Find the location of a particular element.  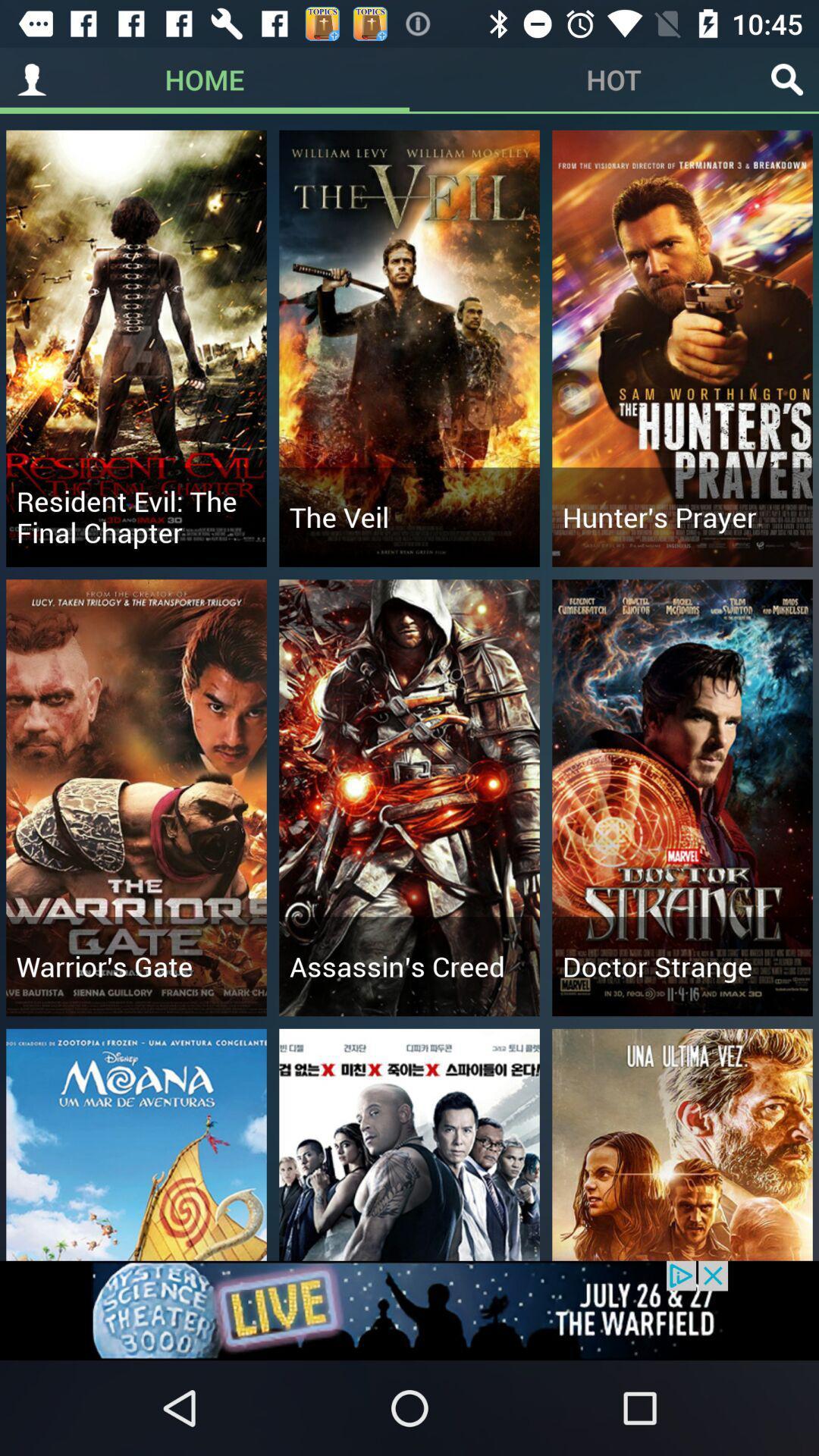

move to search icon is located at coordinates (786, 79).